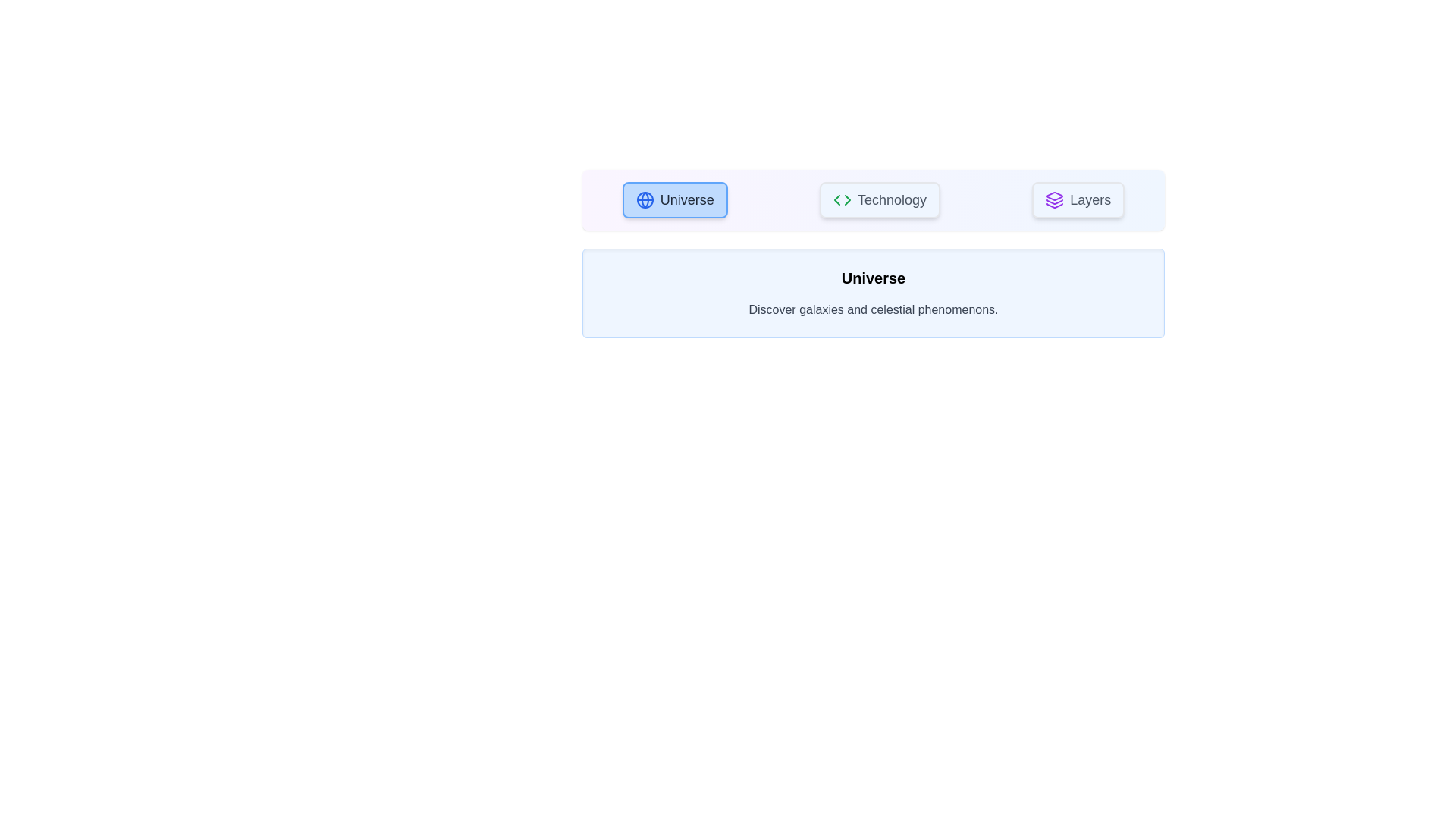 This screenshot has height=819, width=1456. I want to click on the icon of the Technology tab, so click(841, 199).